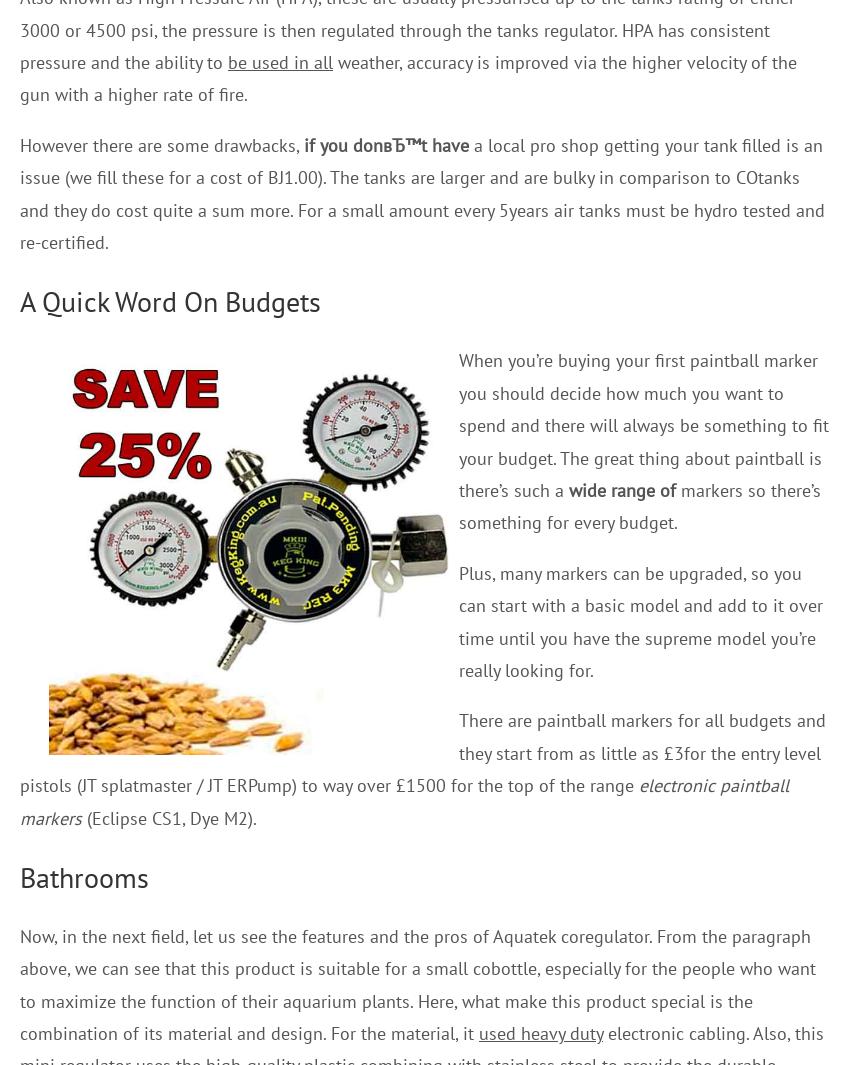 The height and width of the screenshot is (1065, 850). Describe the element at coordinates (170, 300) in the screenshot. I see `'A Quick Word On Budgets'` at that location.